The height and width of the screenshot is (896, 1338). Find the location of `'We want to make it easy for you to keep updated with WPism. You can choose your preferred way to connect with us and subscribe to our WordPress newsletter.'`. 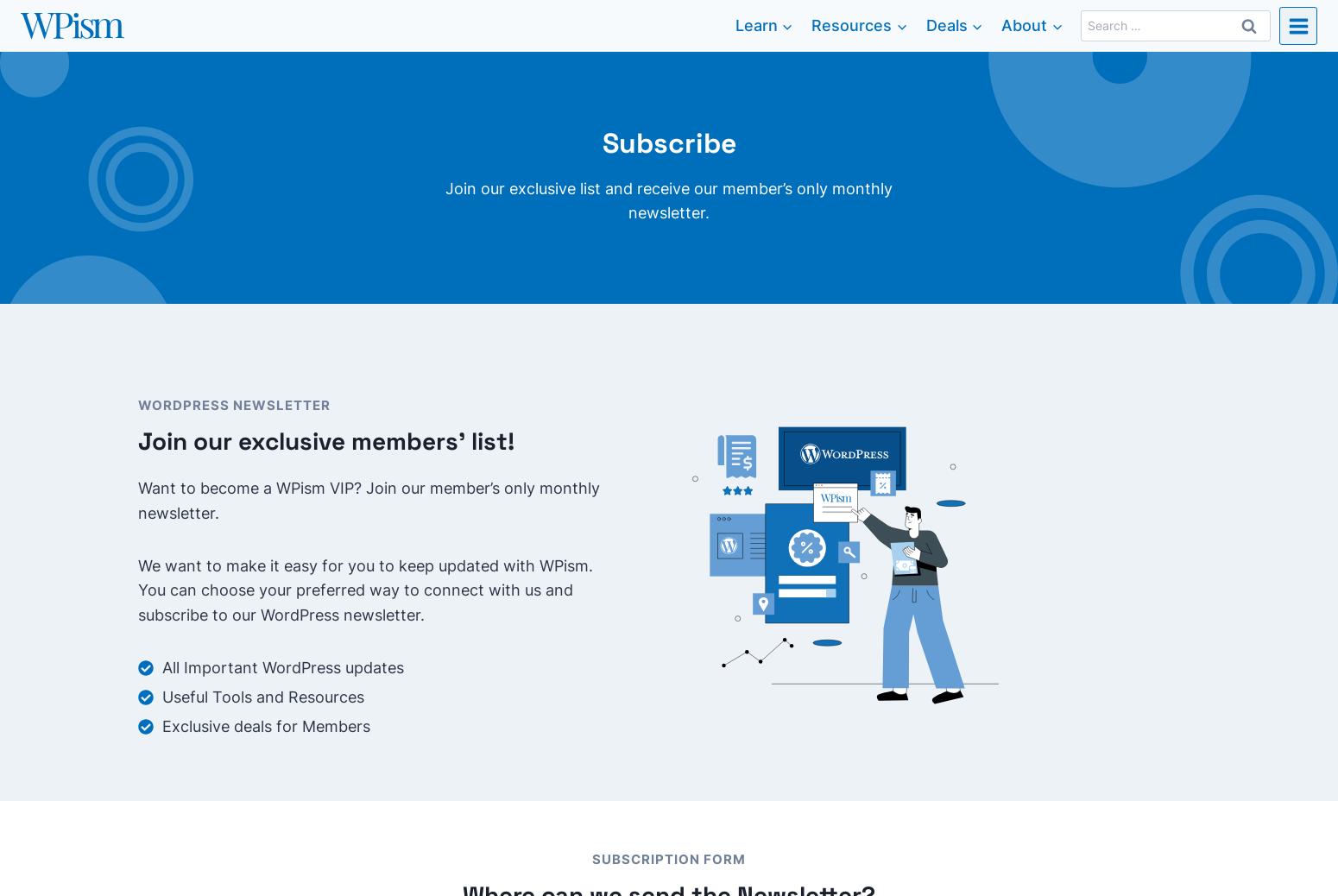

'We want to make it easy for you to keep updated with WPism. You can choose your preferred way to connect with us and subscribe to our WordPress newsletter.' is located at coordinates (365, 589).